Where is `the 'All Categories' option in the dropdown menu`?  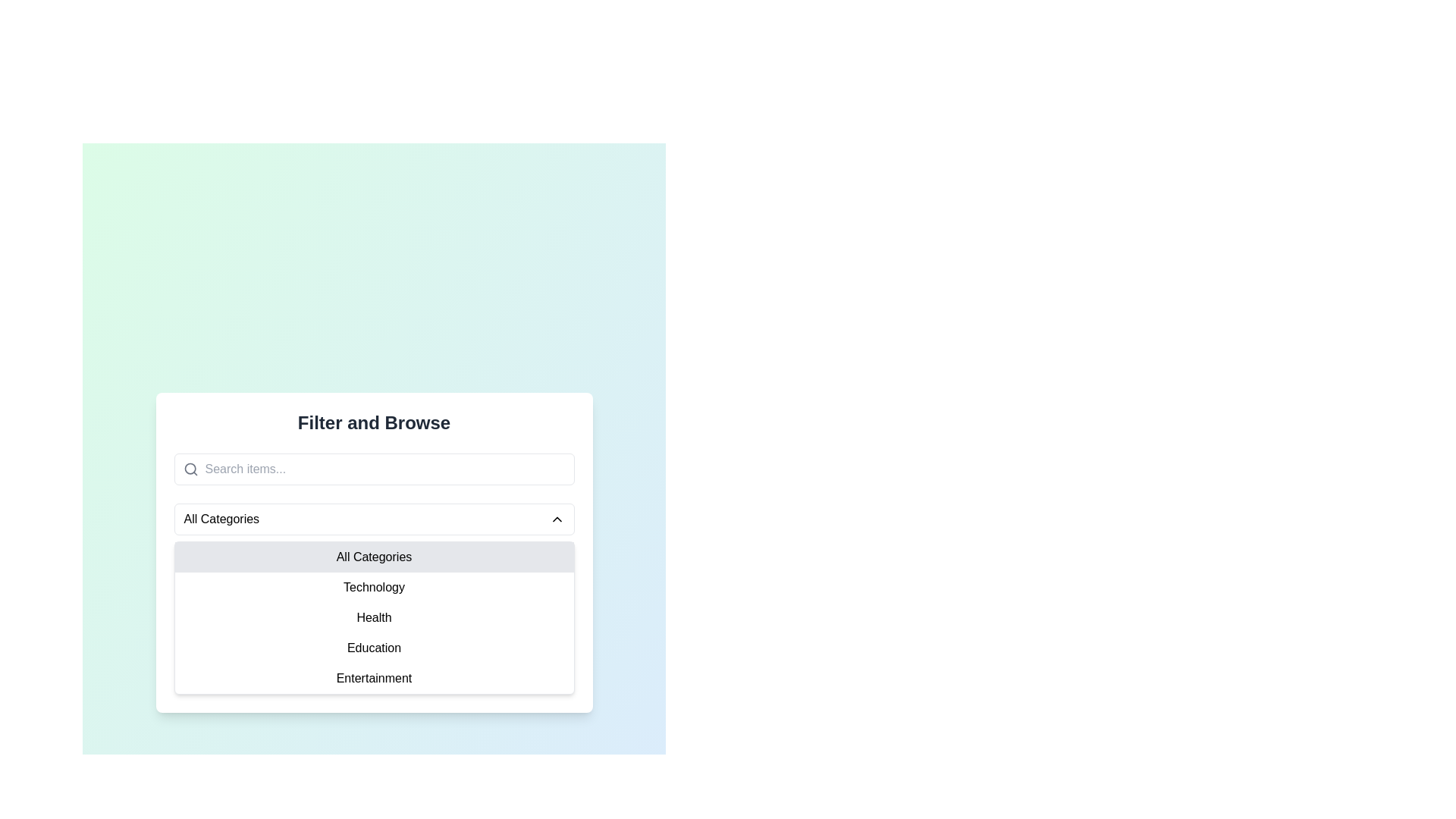
the 'All Categories' option in the dropdown menu is located at coordinates (374, 553).